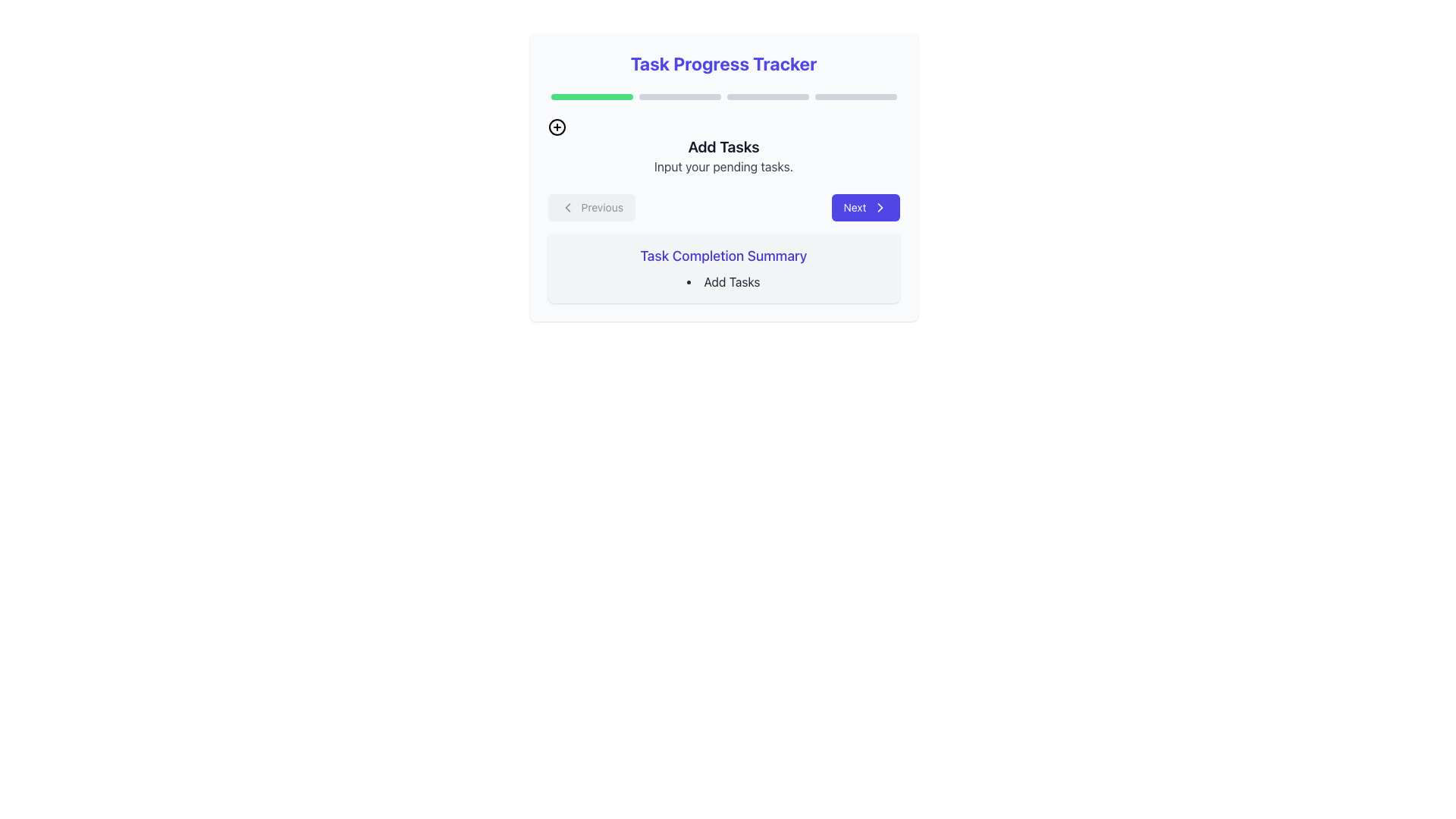  What do you see at coordinates (767, 96) in the screenshot?
I see `the third progress bar segment in the progress tracker, which is located below the 'Task Progress Tracker' title and between the second and fourth bars` at bounding box center [767, 96].